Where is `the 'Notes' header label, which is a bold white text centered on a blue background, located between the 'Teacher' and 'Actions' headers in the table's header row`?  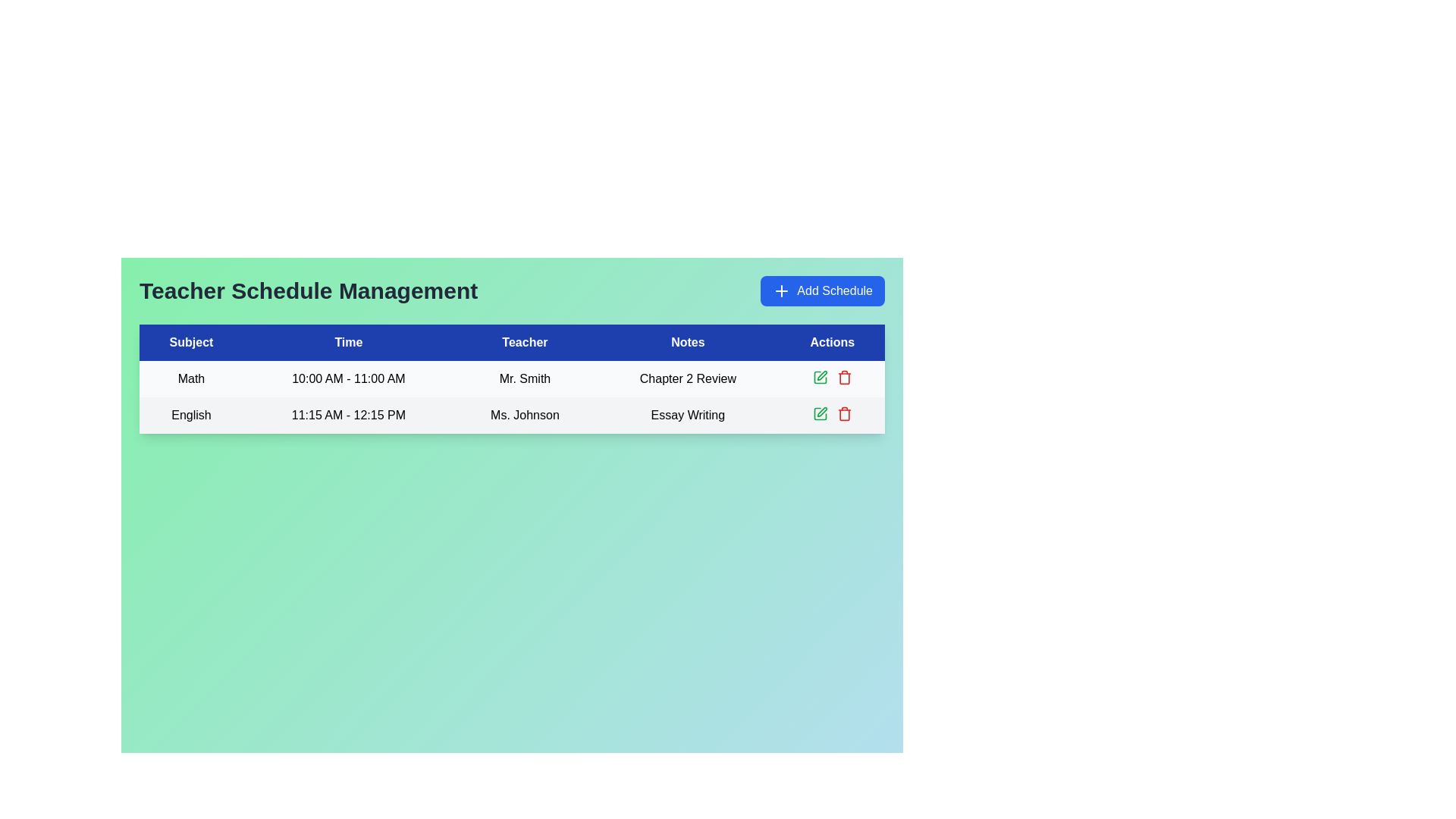 the 'Notes' header label, which is a bold white text centered on a blue background, located between the 'Teacher' and 'Actions' headers in the table's header row is located at coordinates (687, 342).